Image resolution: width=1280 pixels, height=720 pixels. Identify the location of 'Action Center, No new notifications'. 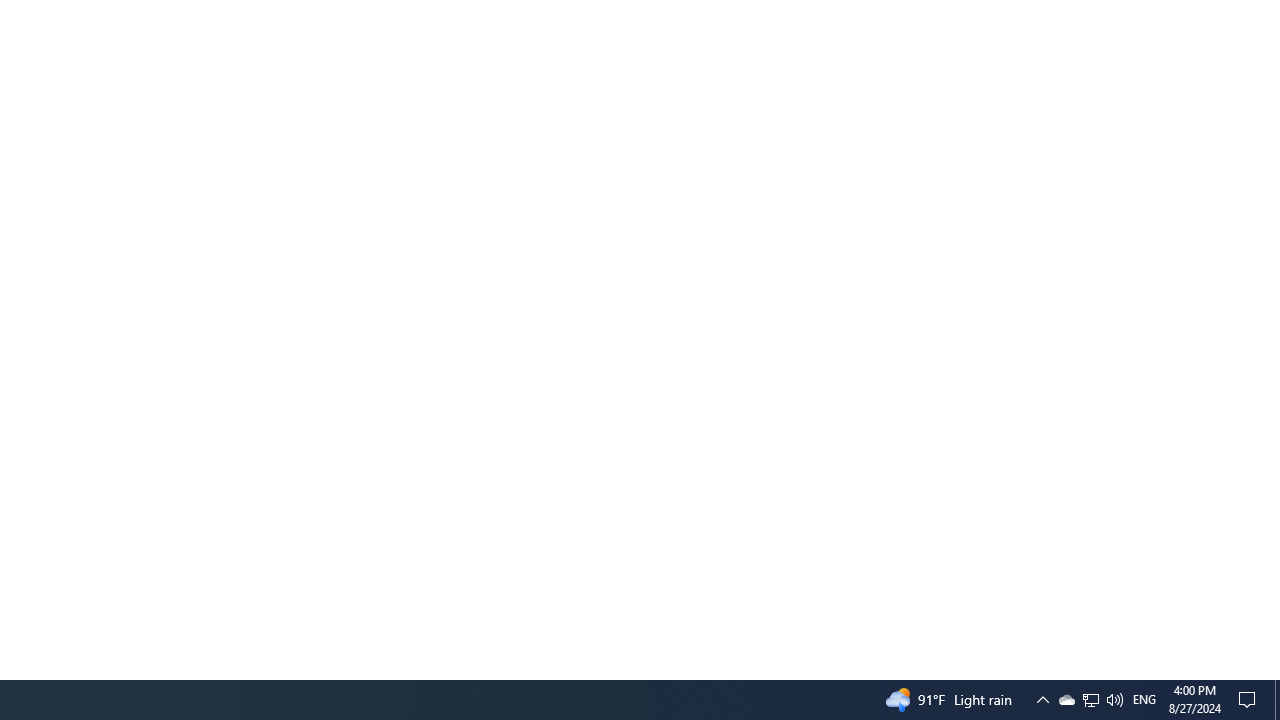
(1250, 698).